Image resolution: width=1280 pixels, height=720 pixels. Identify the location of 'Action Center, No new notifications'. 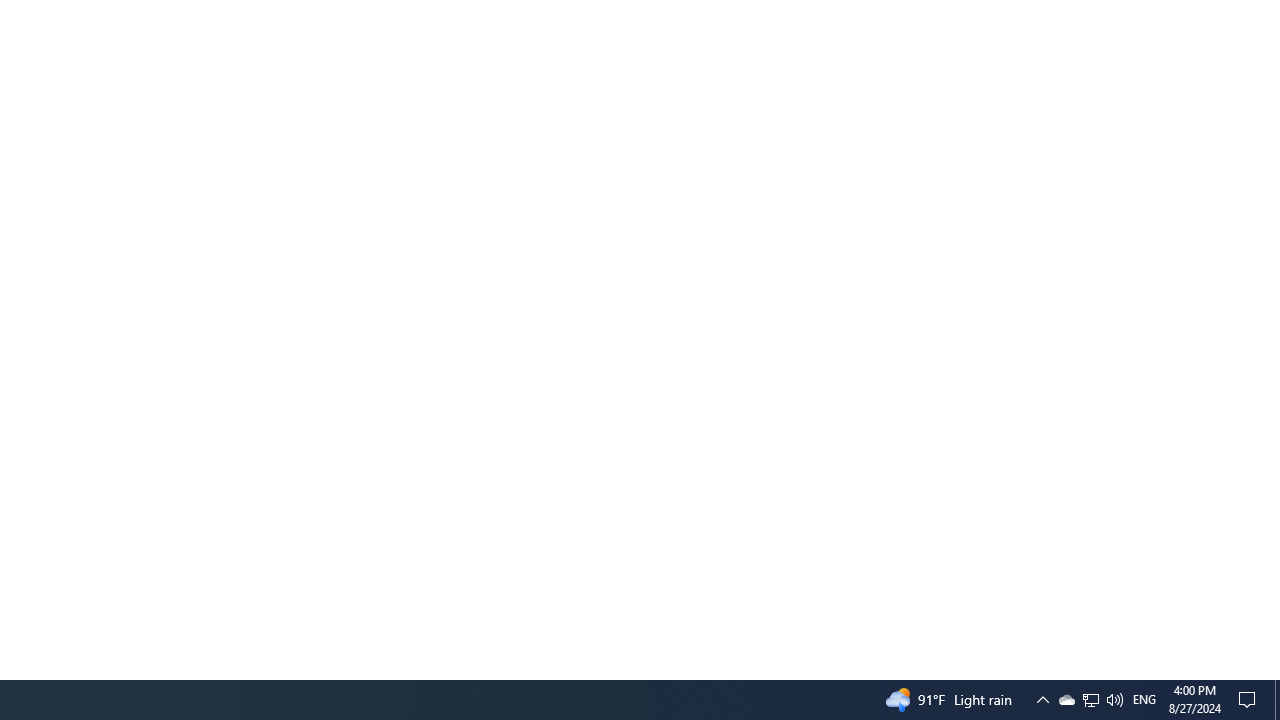
(1250, 698).